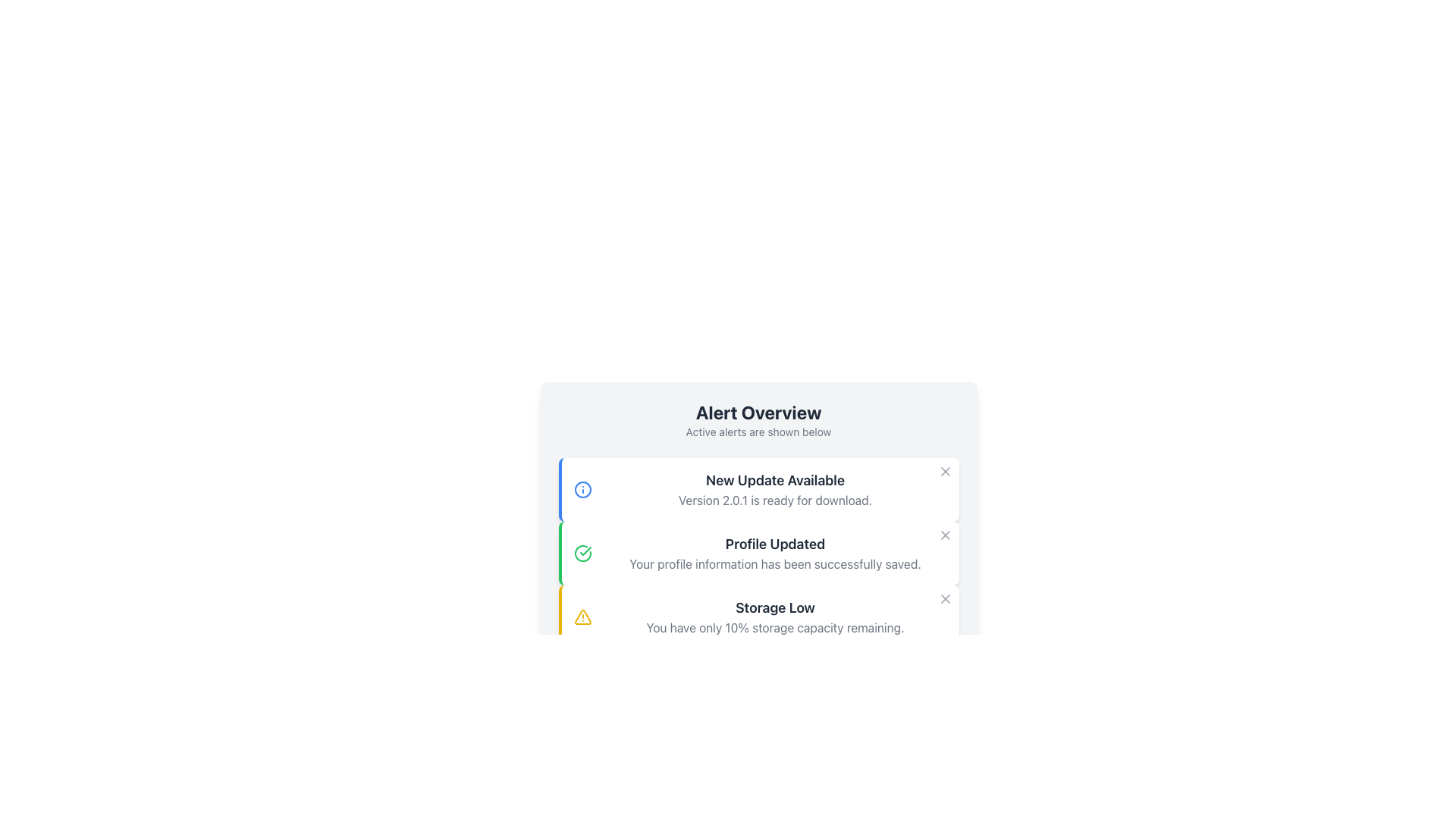  I want to click on text label displaying 'Active alerts are shown below', which is styled in gray and located beneath the 'Alert Overview' heading, so click(758, 432).